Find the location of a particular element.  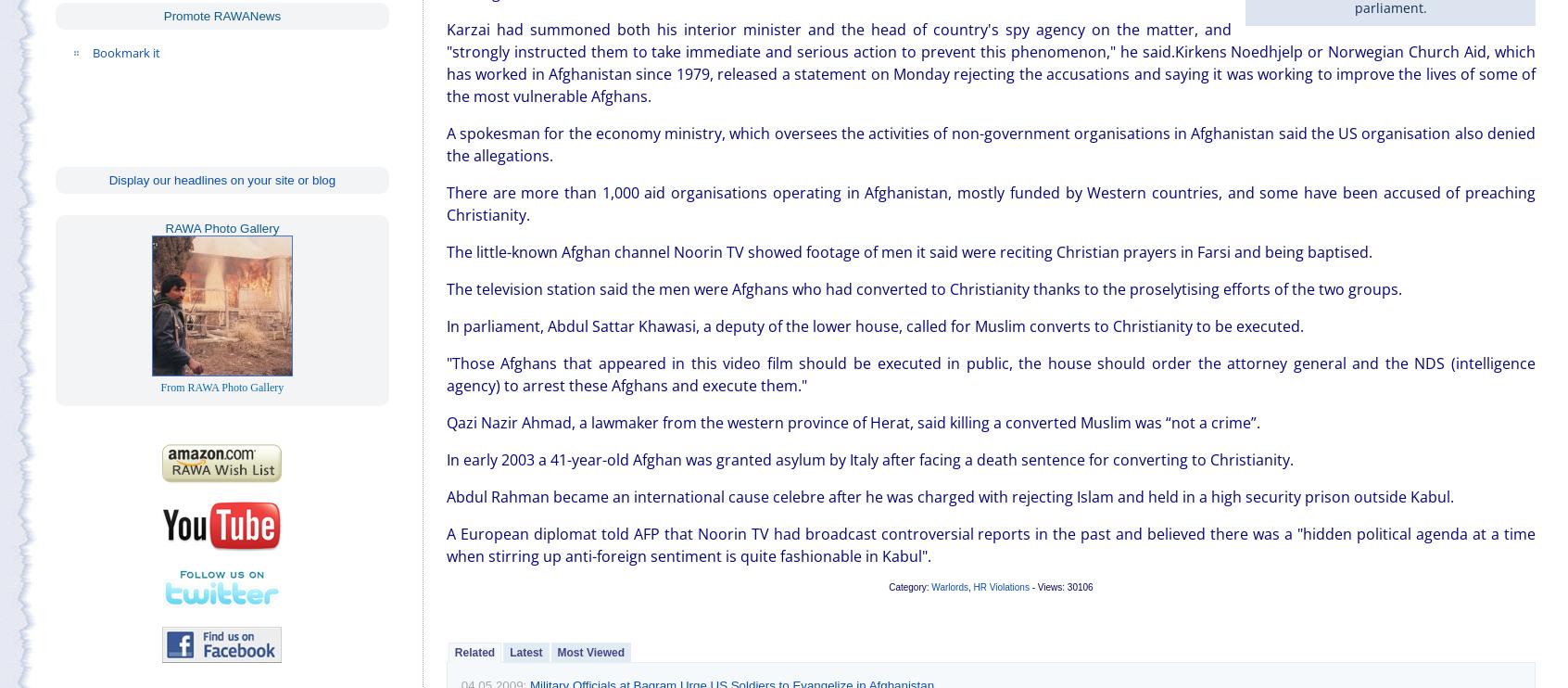

'HR Violations' is located at coordinates (972, 586).